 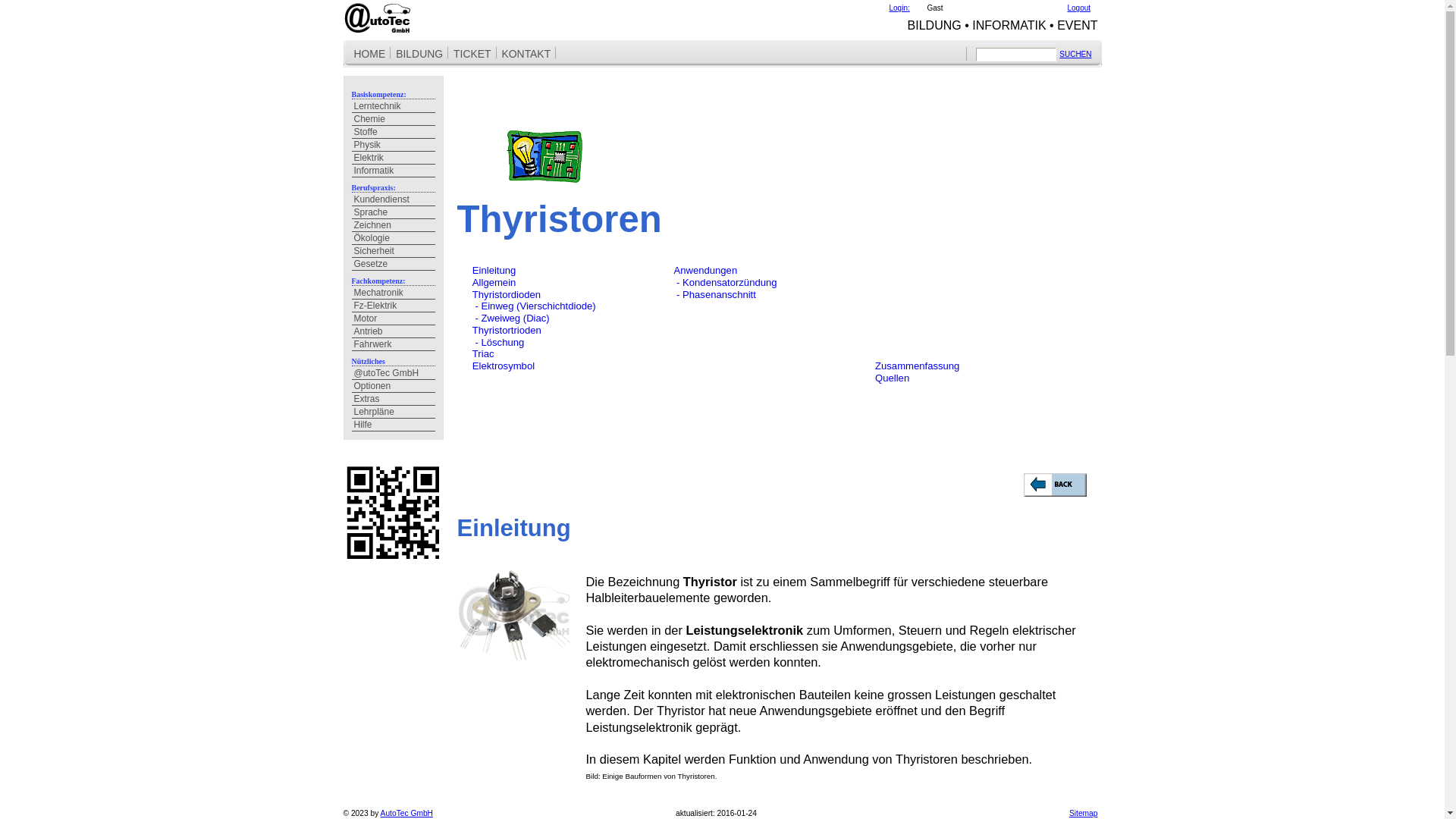 I want to click on 'Zeichnen', so click(x=351, y=225).